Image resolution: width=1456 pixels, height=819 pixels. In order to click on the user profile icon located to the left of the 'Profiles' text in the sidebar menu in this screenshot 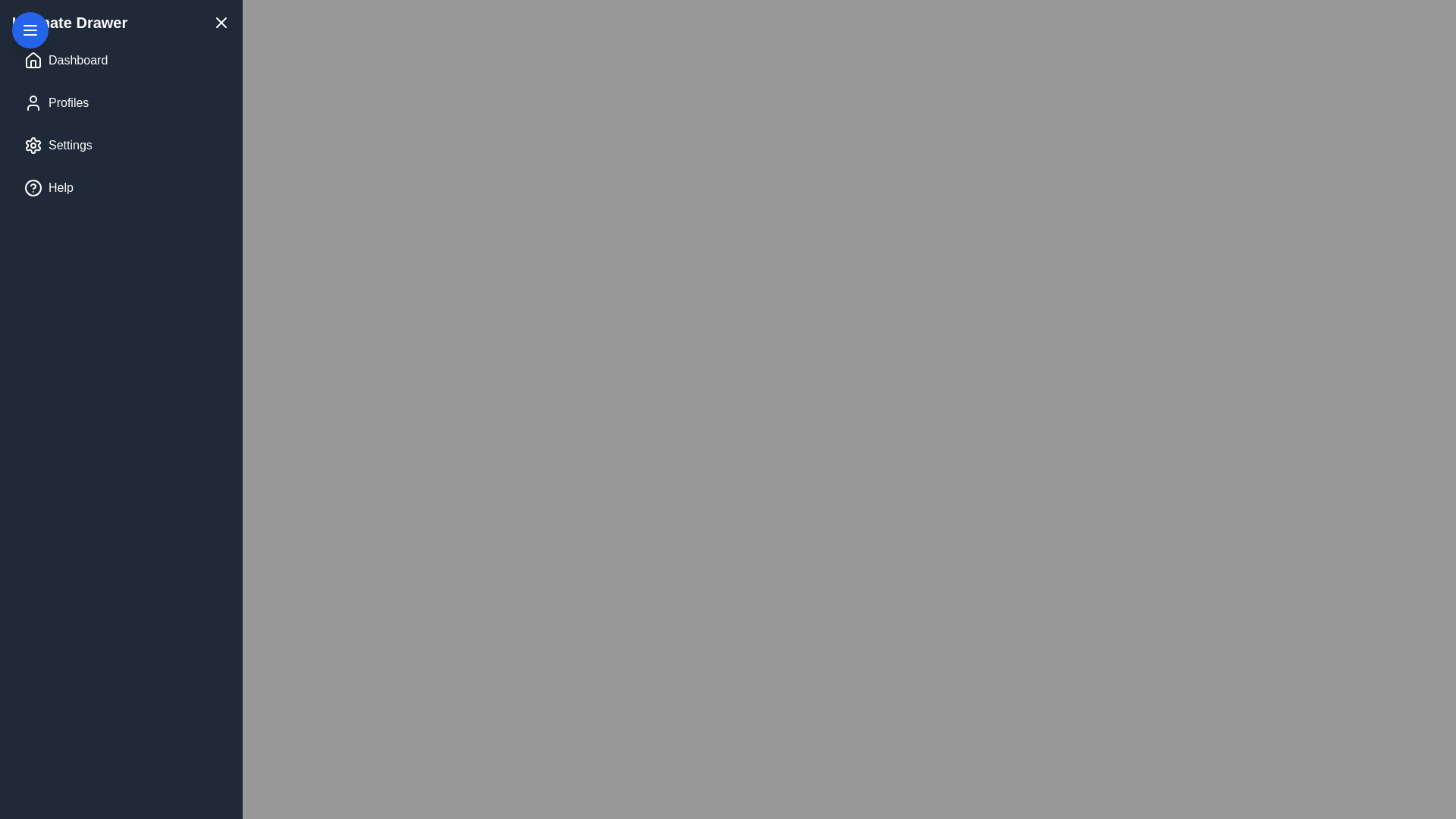, I will do `click(33, 102)`.